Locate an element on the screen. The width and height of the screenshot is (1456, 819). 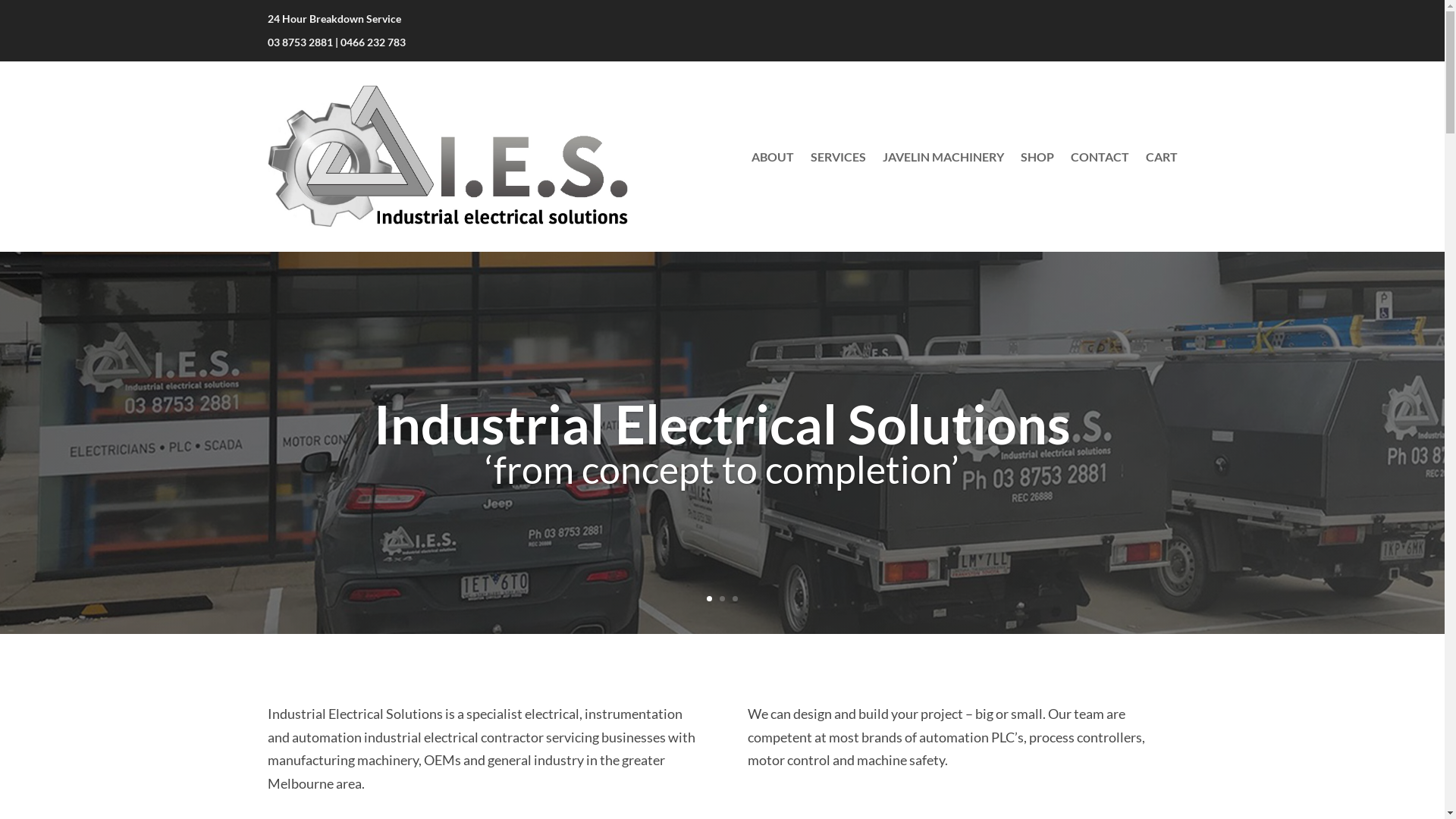
'CONTACT' is located at coordinates (1100, 156).